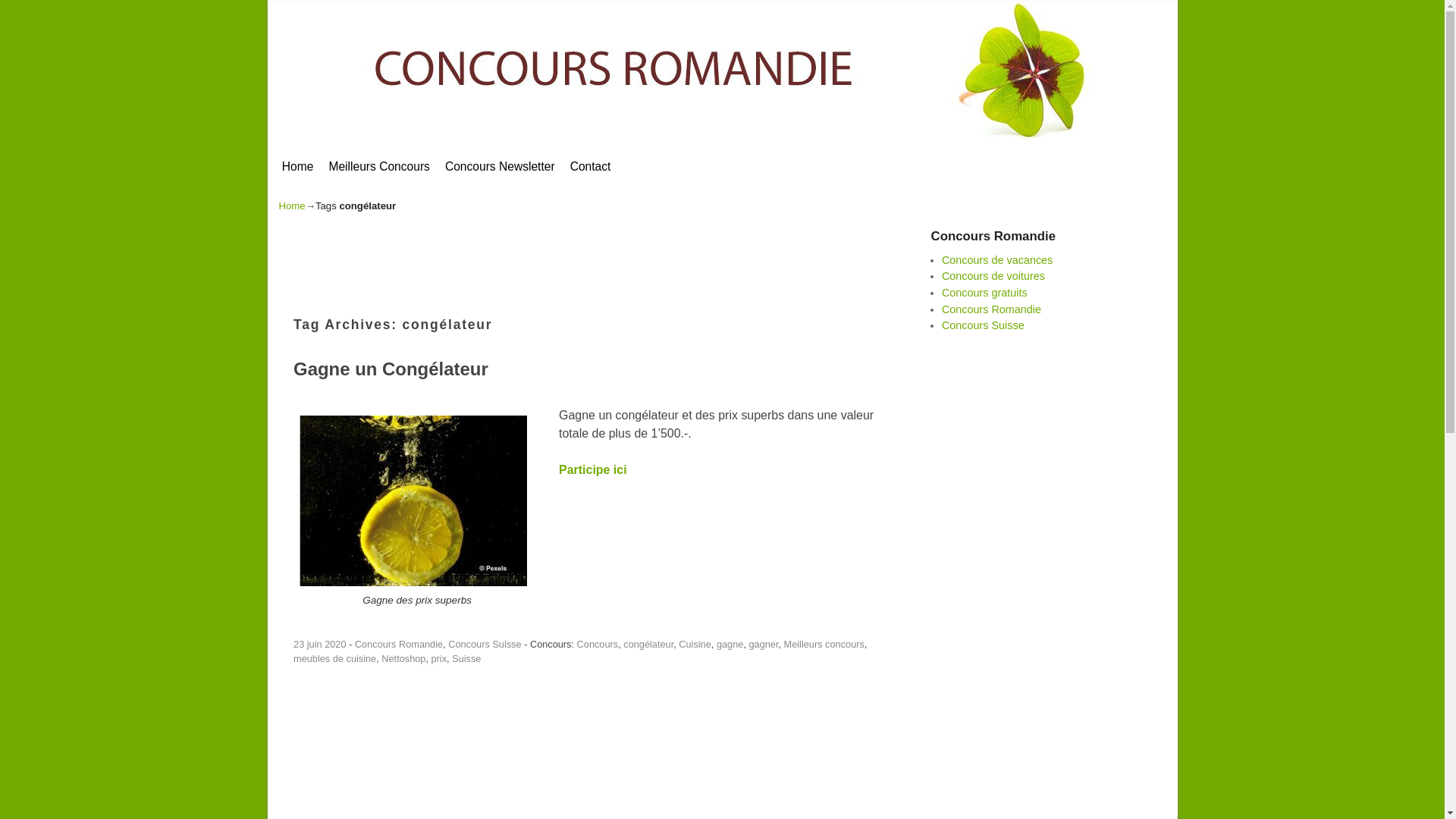 The image size is (1456, 819). What do you see at coordinates (500, 166) in the screenshot?
I see `'Concours Newsletter'` at bounding box center [500, 166].